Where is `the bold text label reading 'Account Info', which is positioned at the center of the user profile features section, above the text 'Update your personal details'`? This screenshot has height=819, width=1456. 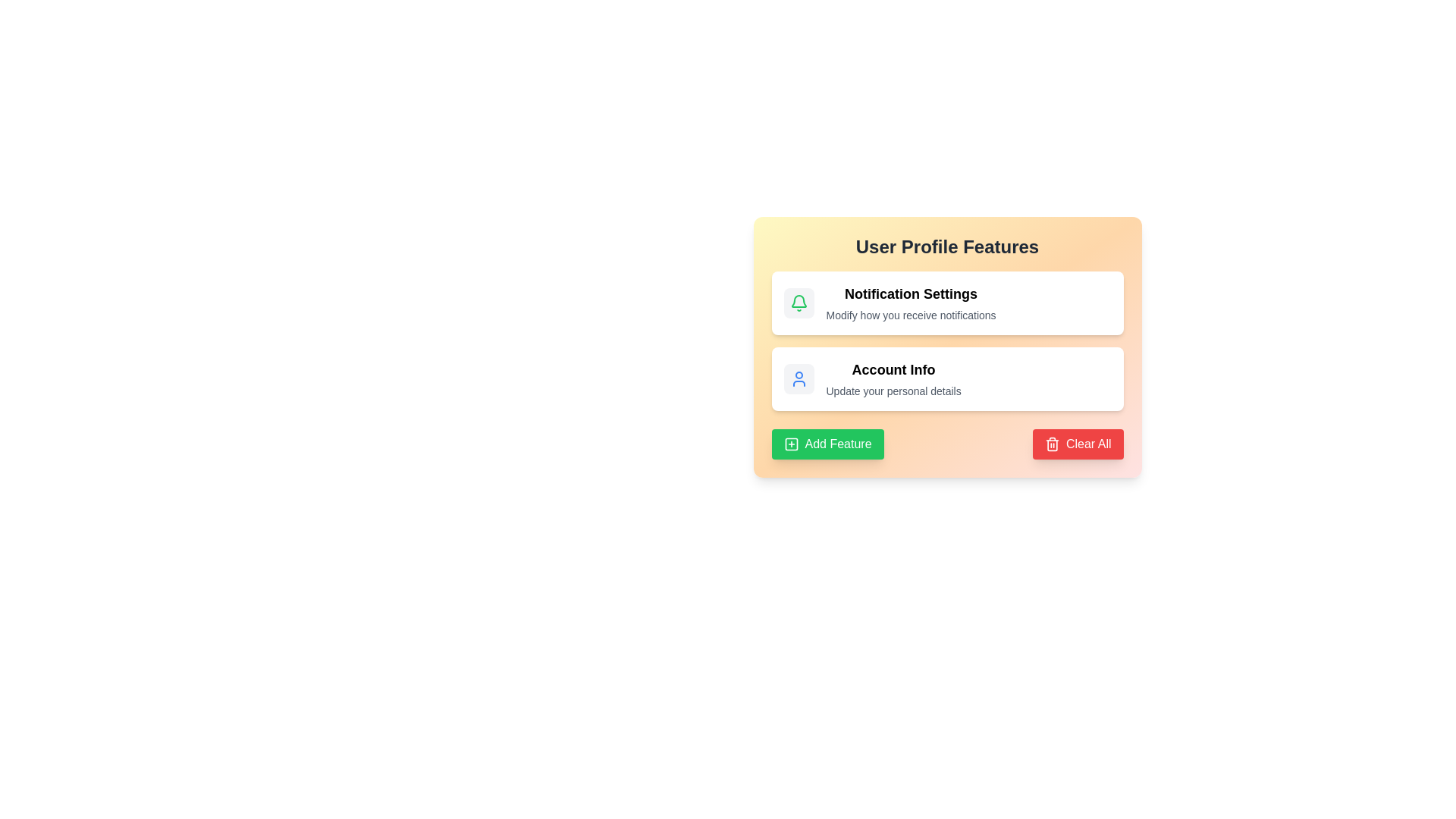
the bold text label reading 'Account Info', which is positioned at the center of the user profile features section, above the text 'Update your personal details' is located at coordinates (893, 370).